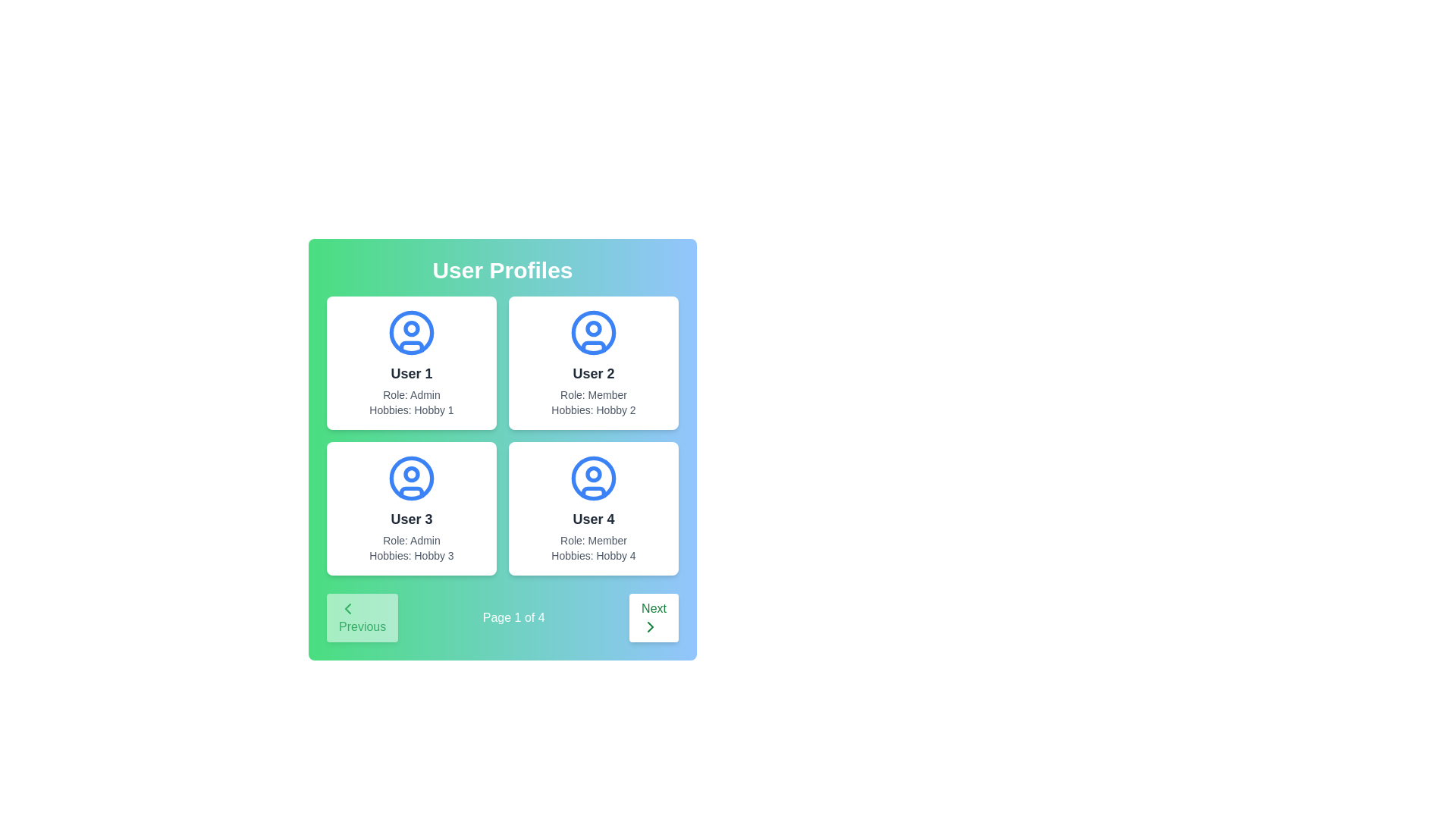  Describe the element at coordinates (411, 479) in the screenshot. I see `the circle element representing the avatar of 'User 3' located in the bottom-left corner of the profile card grid` at that location.